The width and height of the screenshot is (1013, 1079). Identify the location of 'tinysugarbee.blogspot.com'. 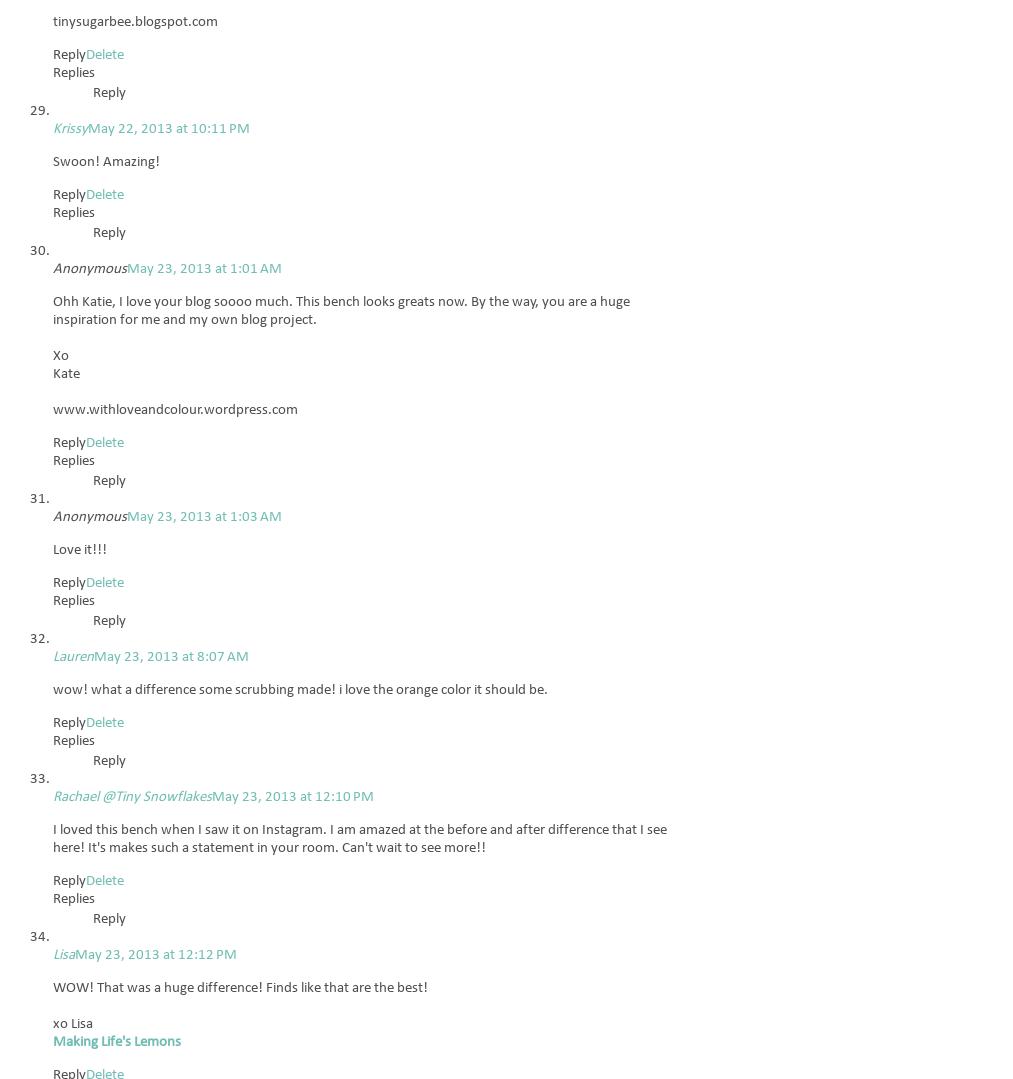
(135, 22).